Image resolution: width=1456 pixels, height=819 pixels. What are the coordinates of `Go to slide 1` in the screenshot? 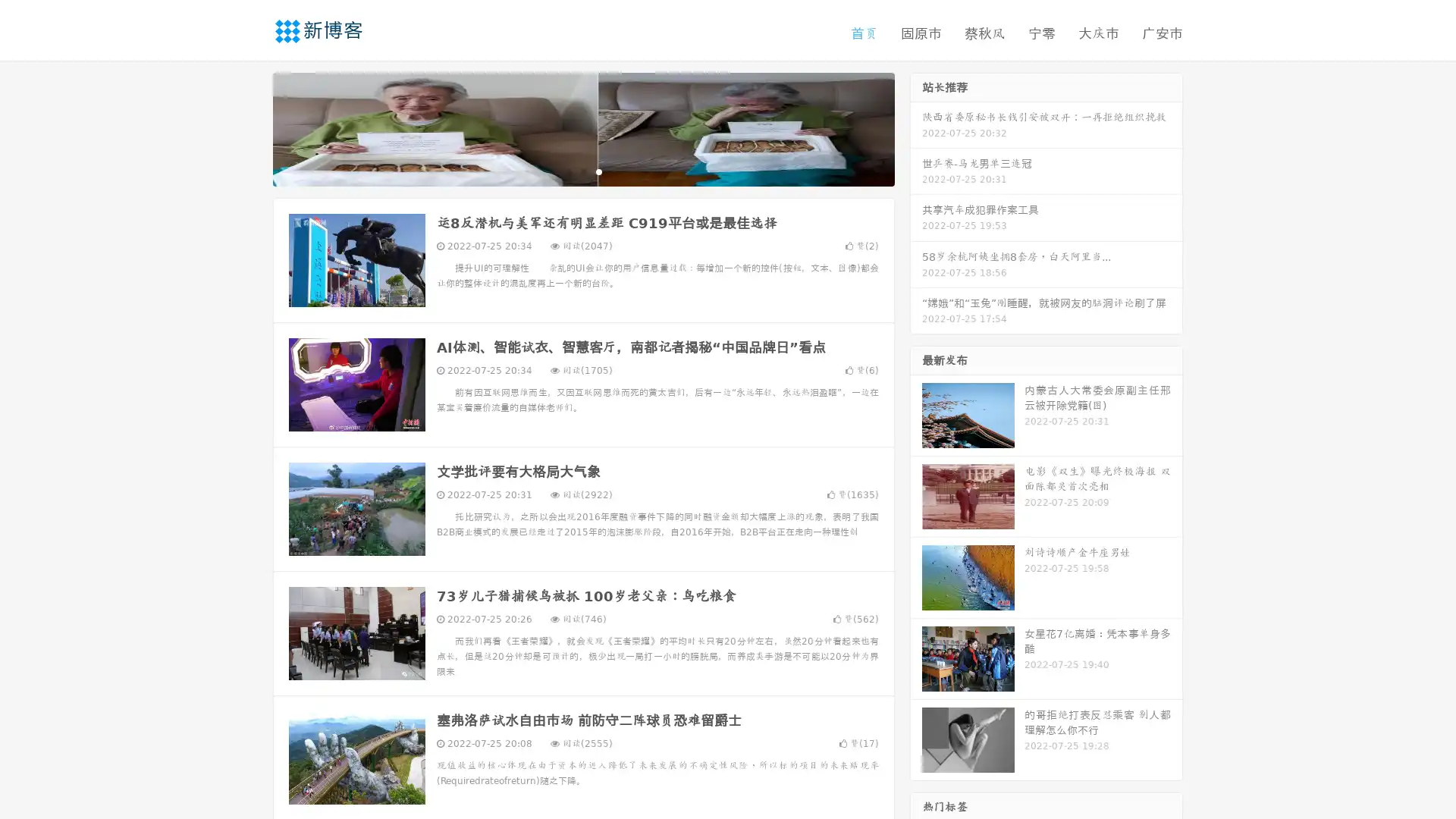 It's located at (567, 171).